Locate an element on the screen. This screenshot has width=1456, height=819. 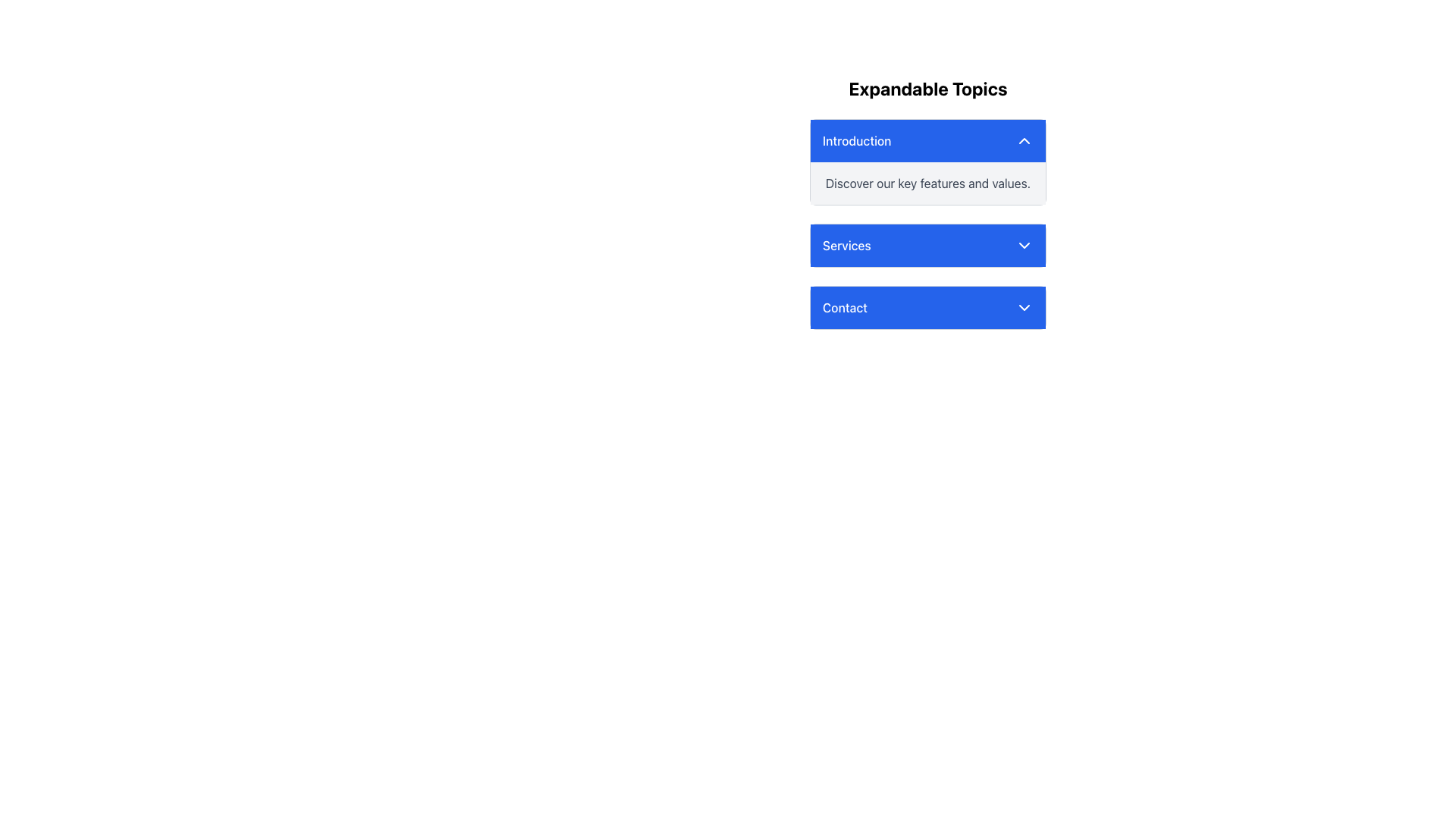
the Dropdown Toggle Indicator, a chevron icon with white strokes on a blue background located in the top-right corner of the blue header area in the 'Introduction' section is located at coordinates (1024, 140).